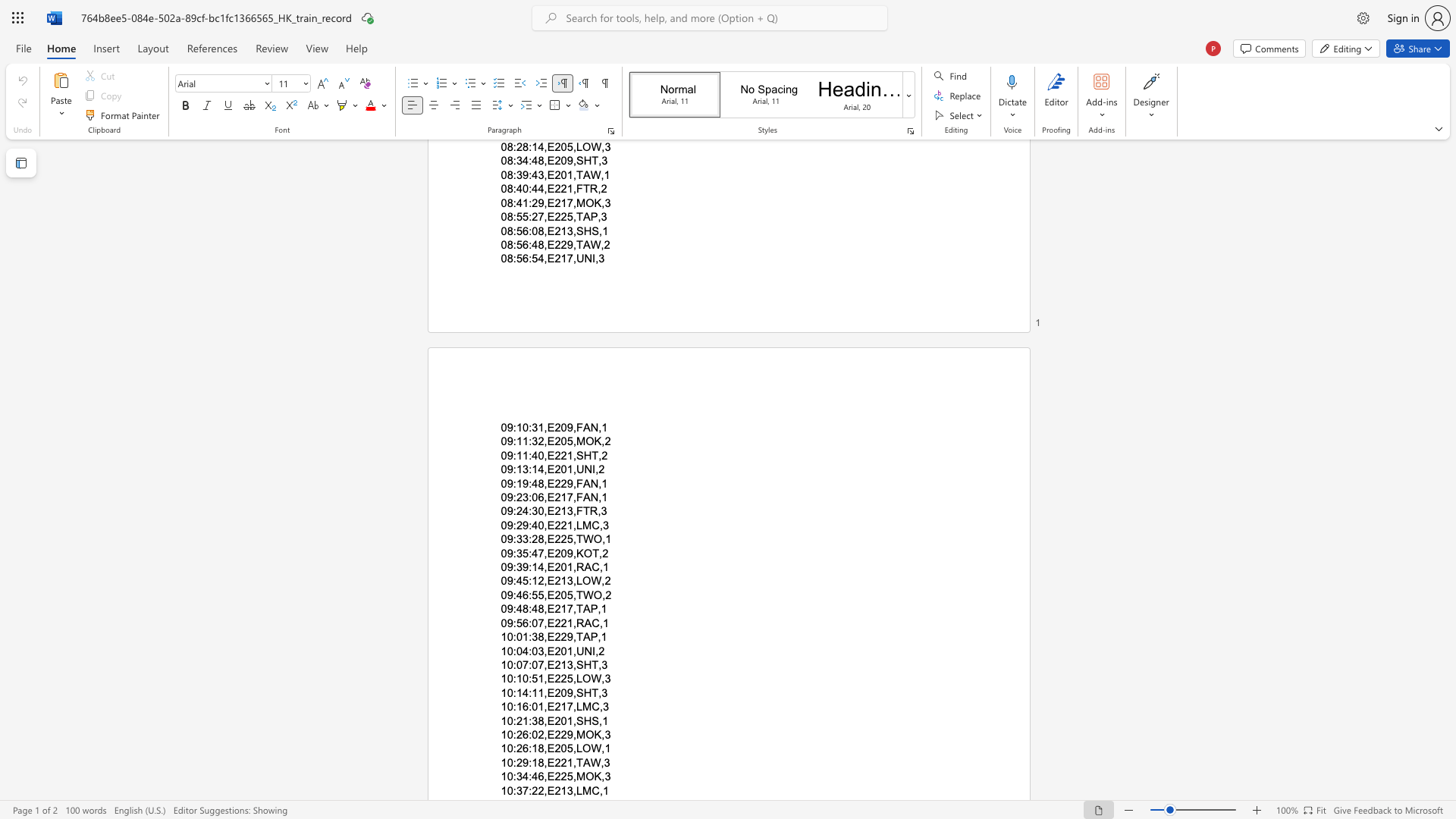 This screenshot has height=819, width=1456. I want to click on the subset text ":12,E213,L" within the text "09:45:12,E213,LOW,2", so click(529, 580).